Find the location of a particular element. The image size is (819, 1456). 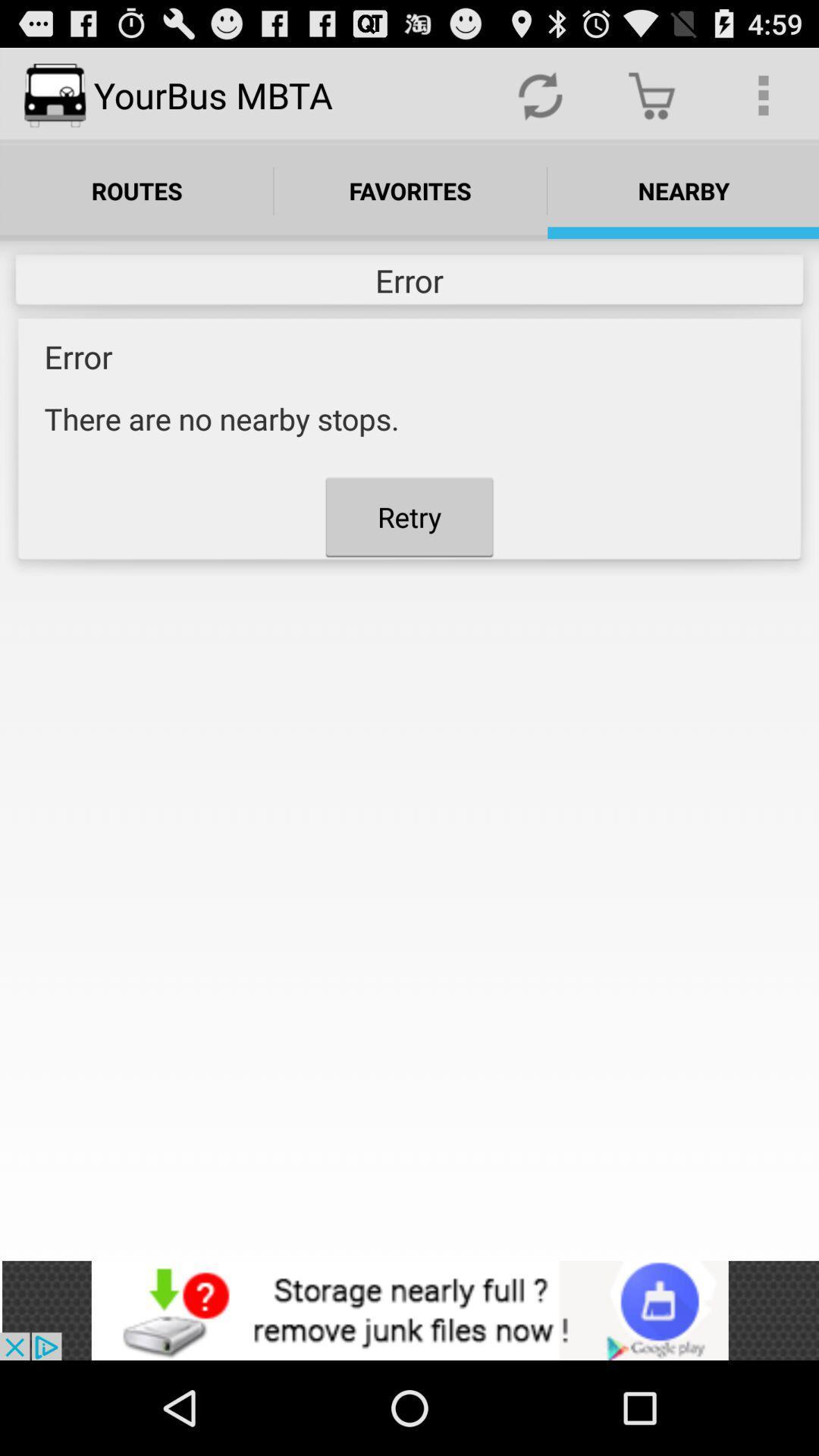

advertisement is located at coordinates (409, 1310).